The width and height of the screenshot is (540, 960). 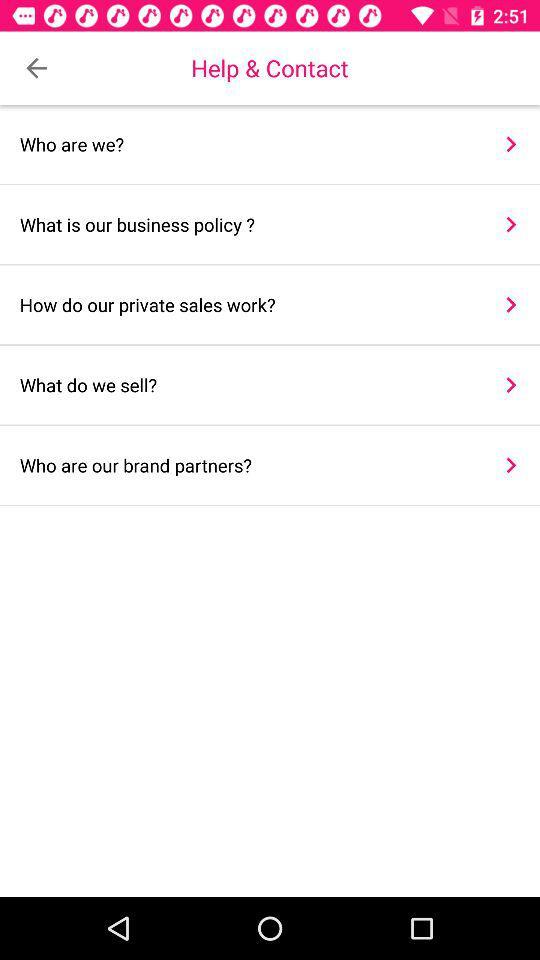 What do you see at coordinates (511, 304) in the screenshot?
I see `the icon to the right of the how do our icon` at bounding box center [511, 304].